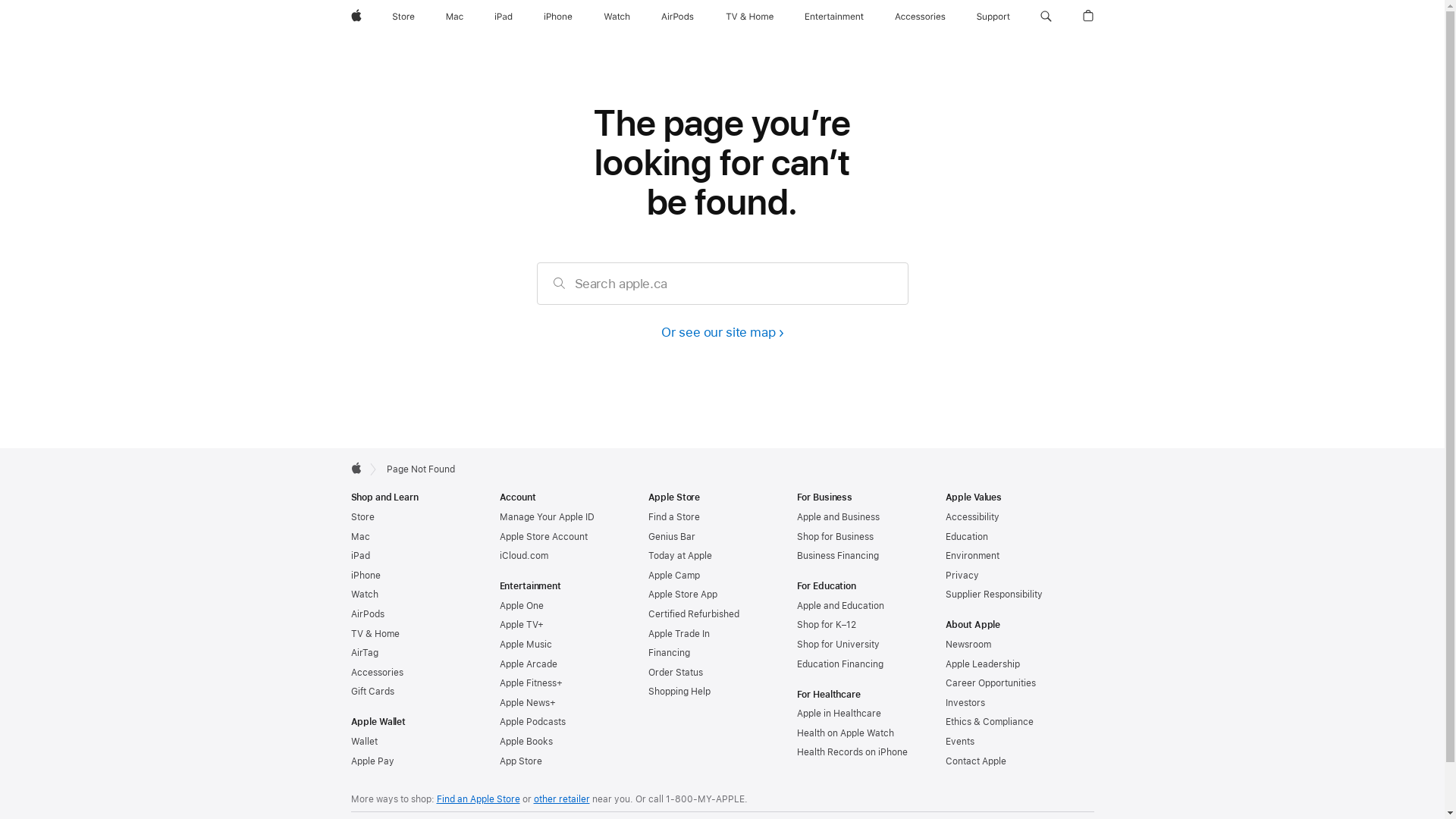 The height and width of the screenshot is (819, 1456). I want to click on 'Health Records on iPhone', so click(852, 752).